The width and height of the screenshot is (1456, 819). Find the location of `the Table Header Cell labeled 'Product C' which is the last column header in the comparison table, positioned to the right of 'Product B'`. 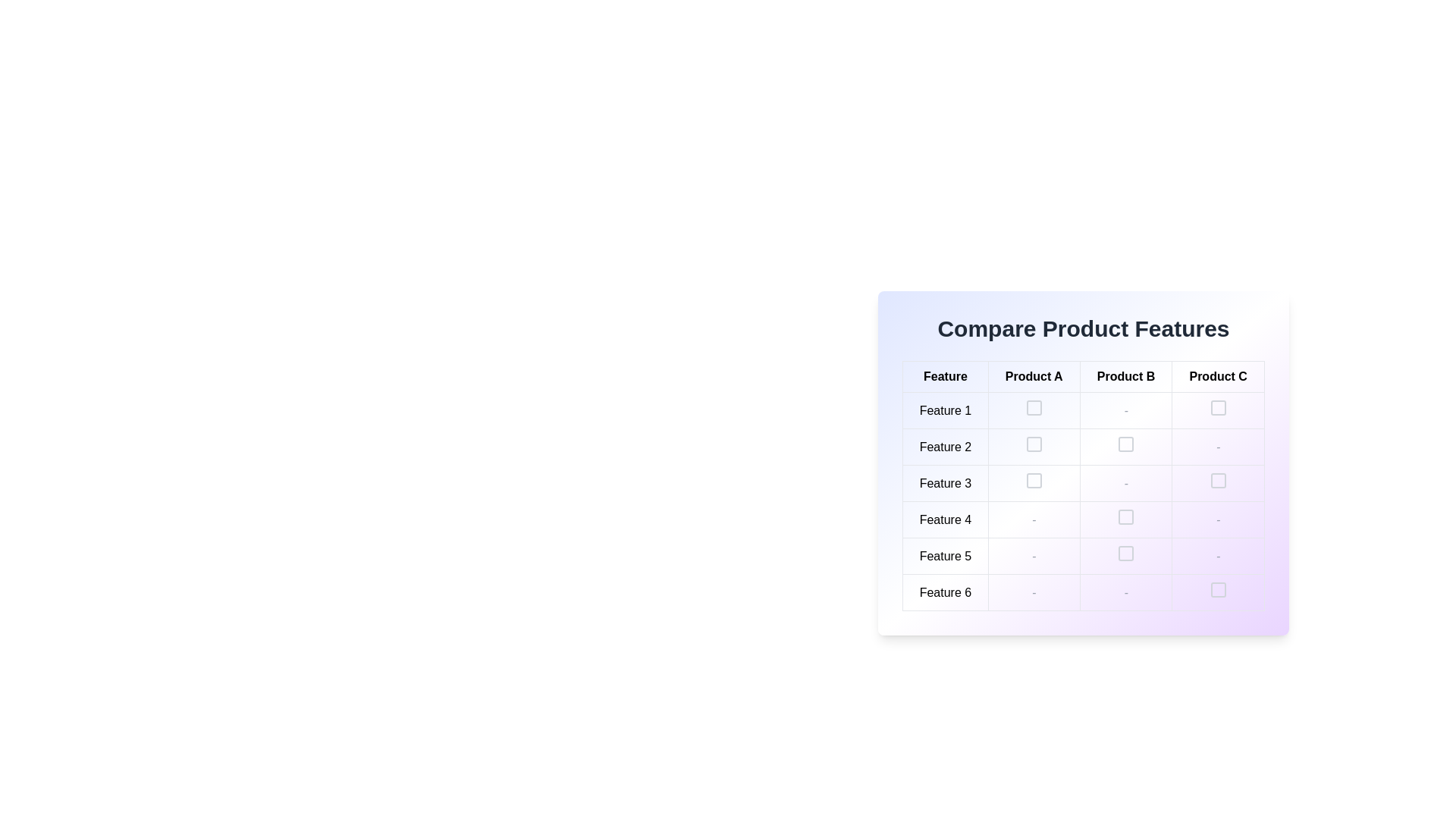

the Table Header Cell labeled 'Product C' which is the last column header in the comparison table, positioned to the right of 'Product B' is located at coordinates (1218, 376).